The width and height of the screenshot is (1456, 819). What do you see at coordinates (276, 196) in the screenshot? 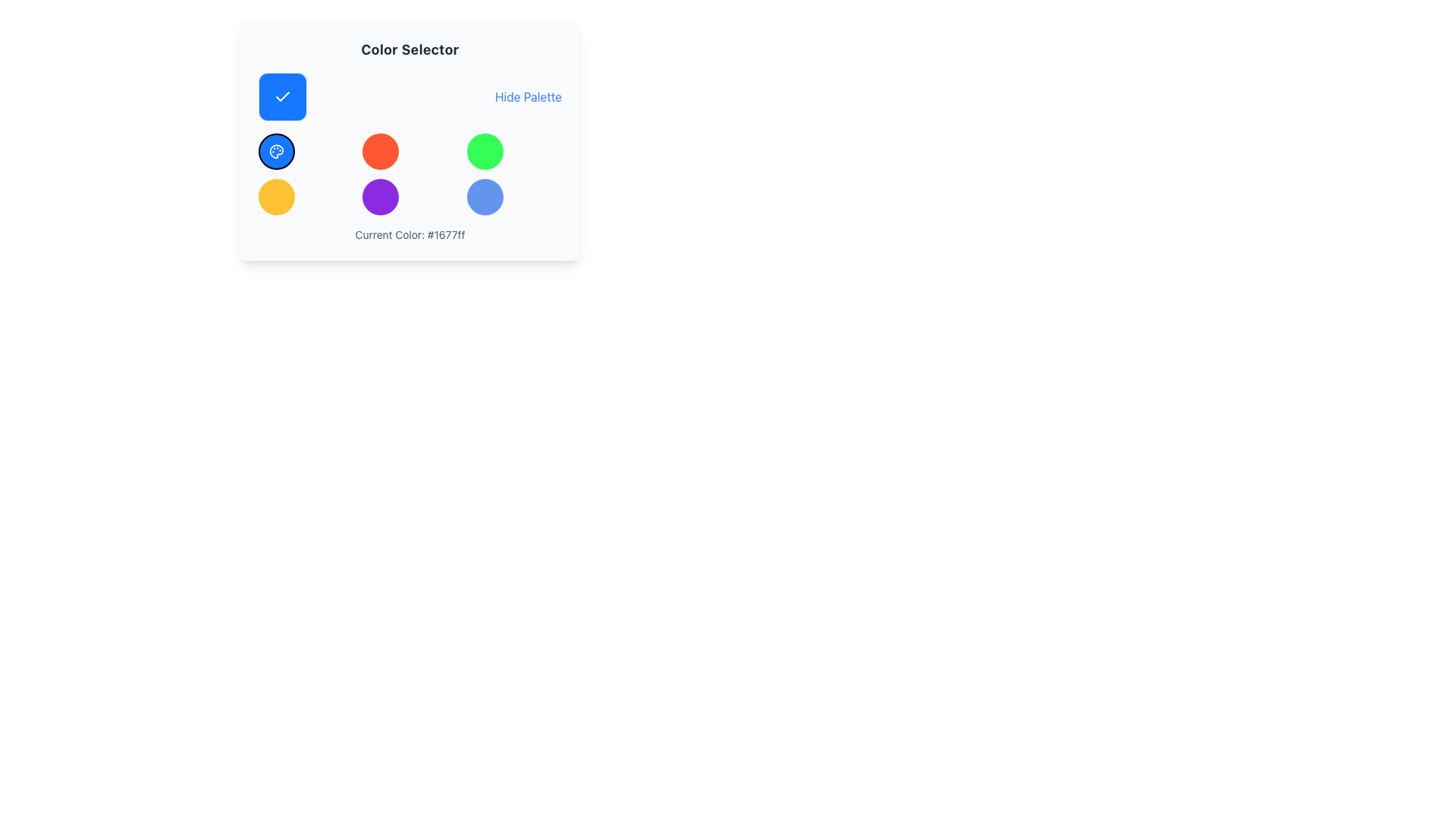
I see `the button in the first column of the third row of the color selector` at bounding box center [276, 196].